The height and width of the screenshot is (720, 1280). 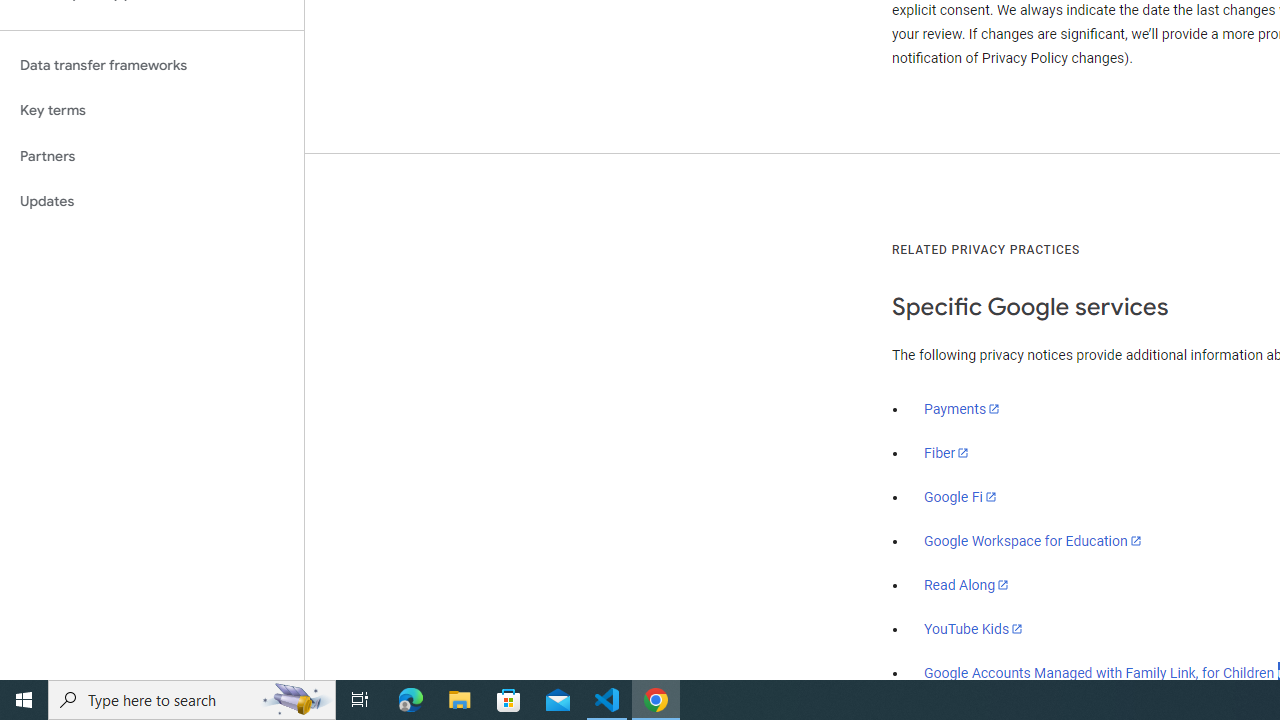 I want to click on 'YouTube Kids', so click(x=974, y=627).